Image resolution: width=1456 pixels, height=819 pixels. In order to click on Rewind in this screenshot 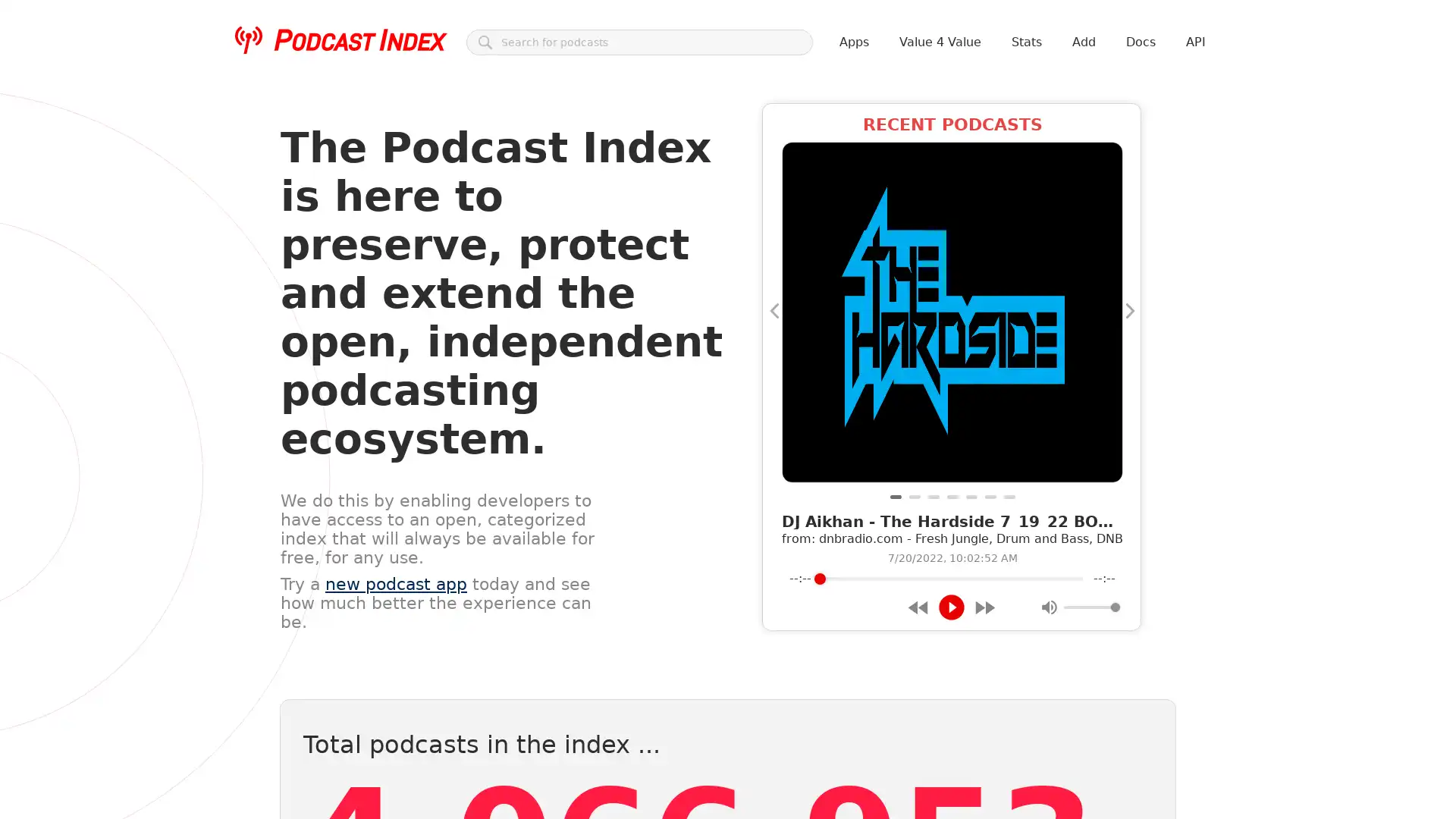, I will do `click(918, 606)`.